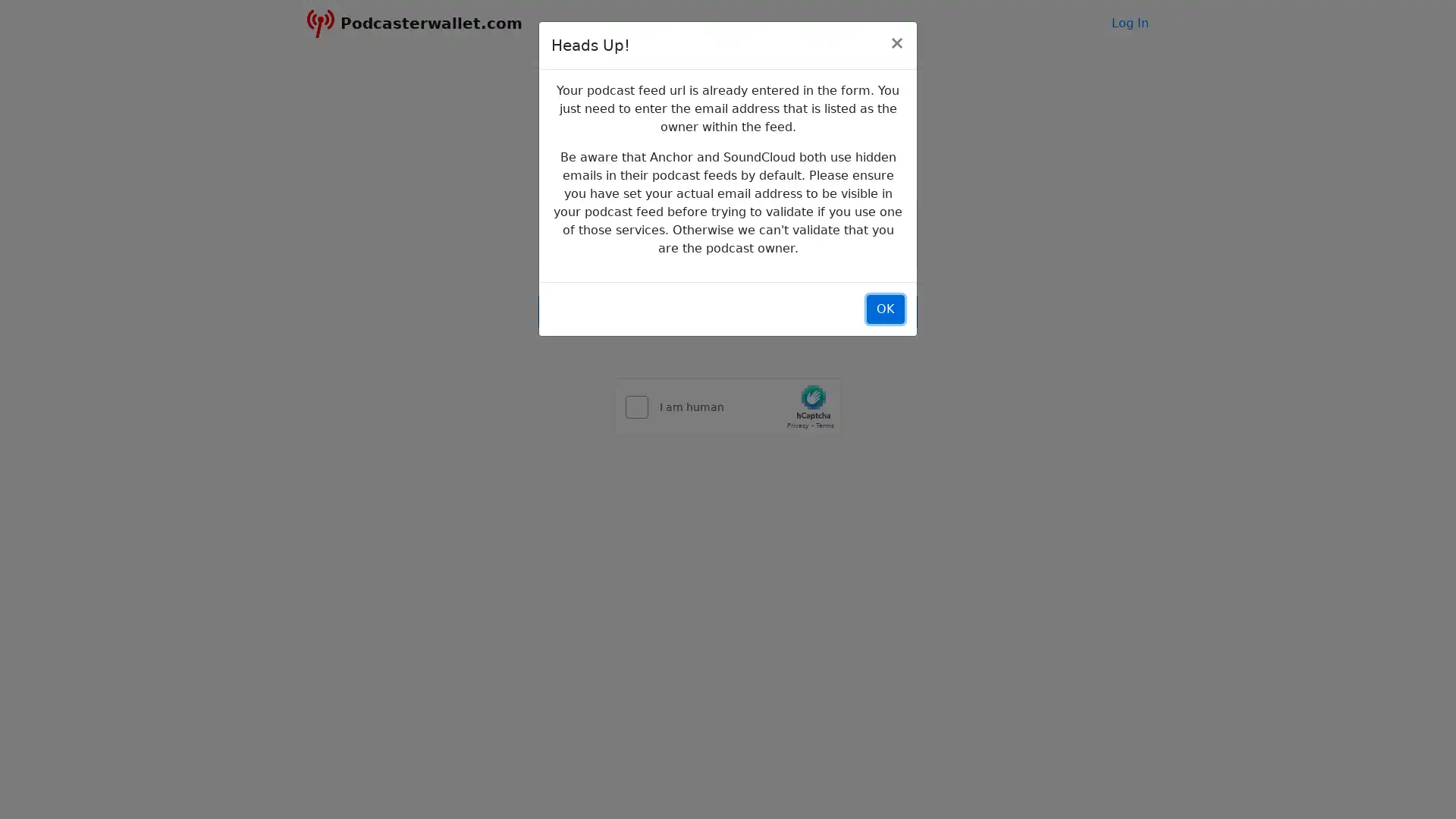  Describe the element at coordinates (885, 309) in the screenshot. I see `OK` at that location.